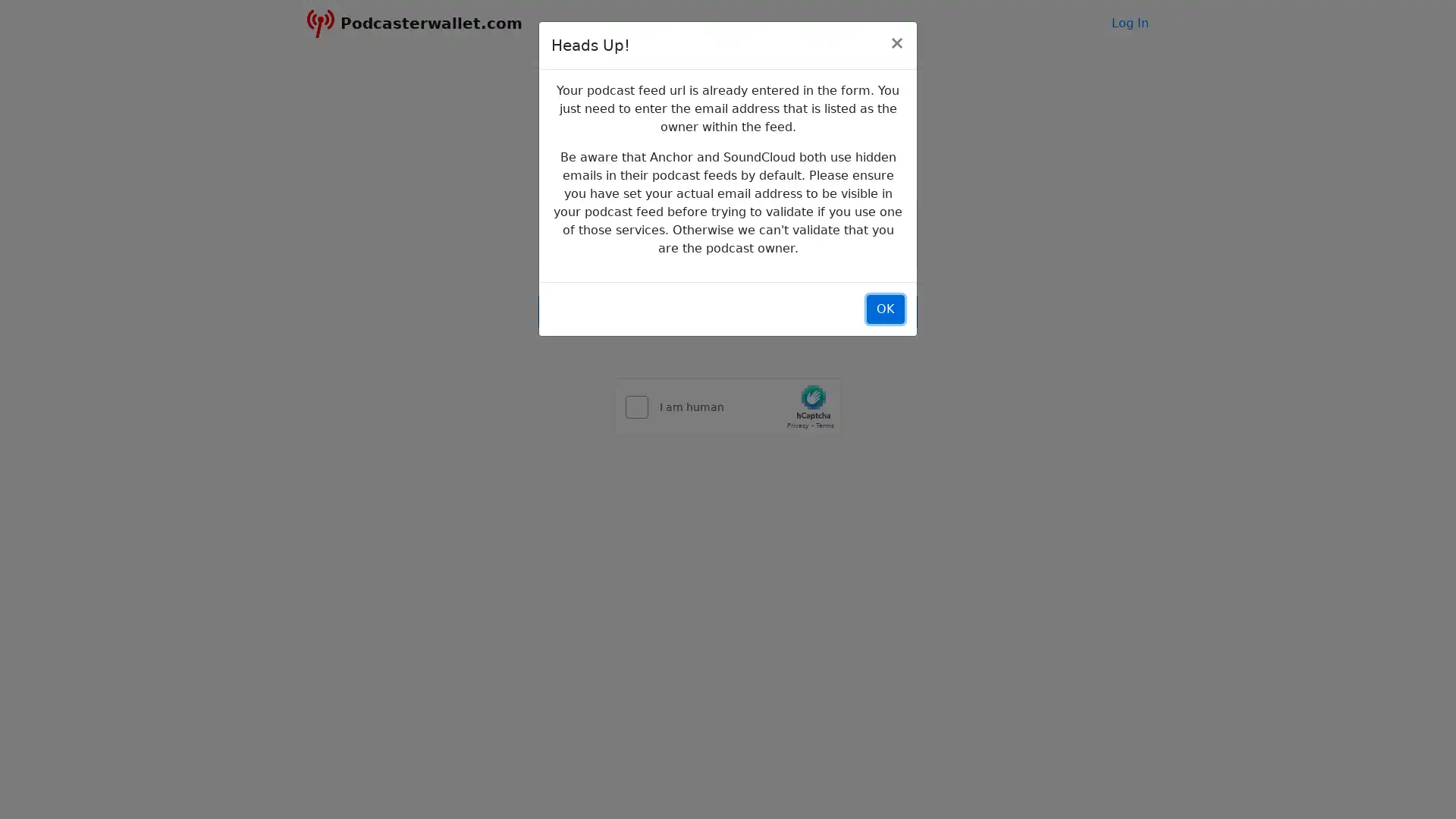  Describe the element at coordinates (885, 309) in the screenshot. I see `OK` at that location.